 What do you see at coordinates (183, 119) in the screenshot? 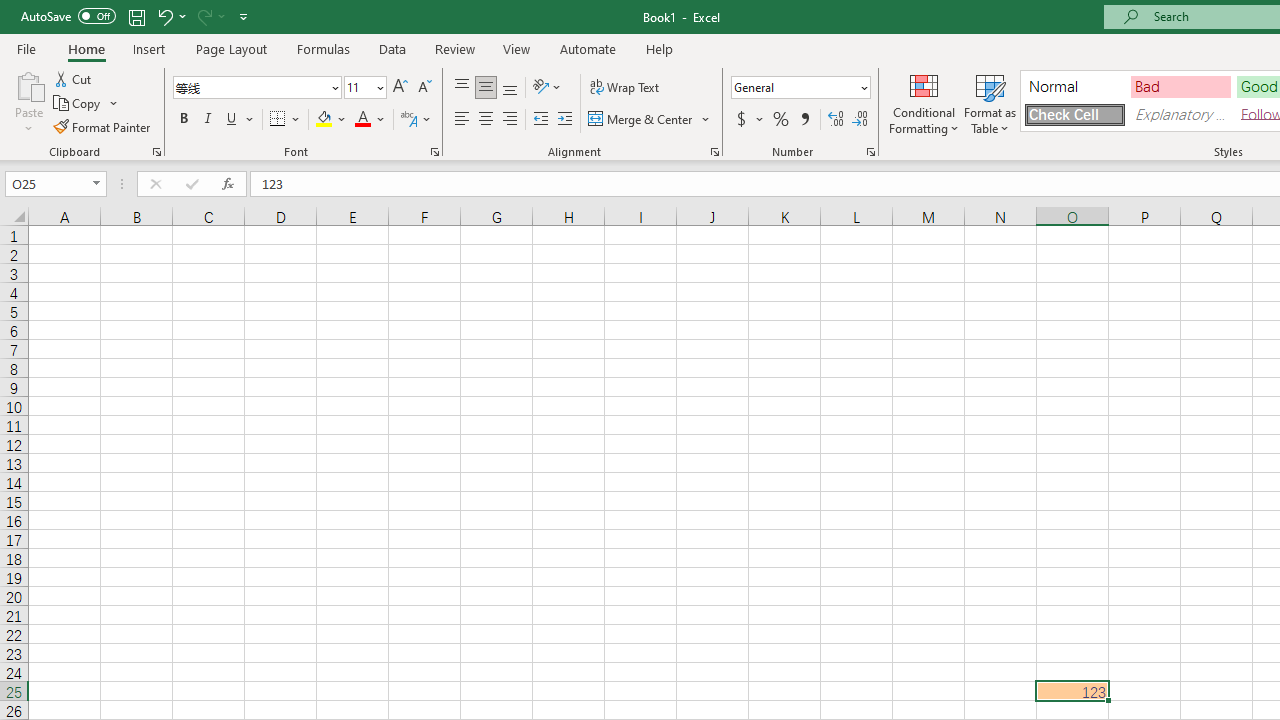
I see `'Bold'` at bounding box center [183, 119].